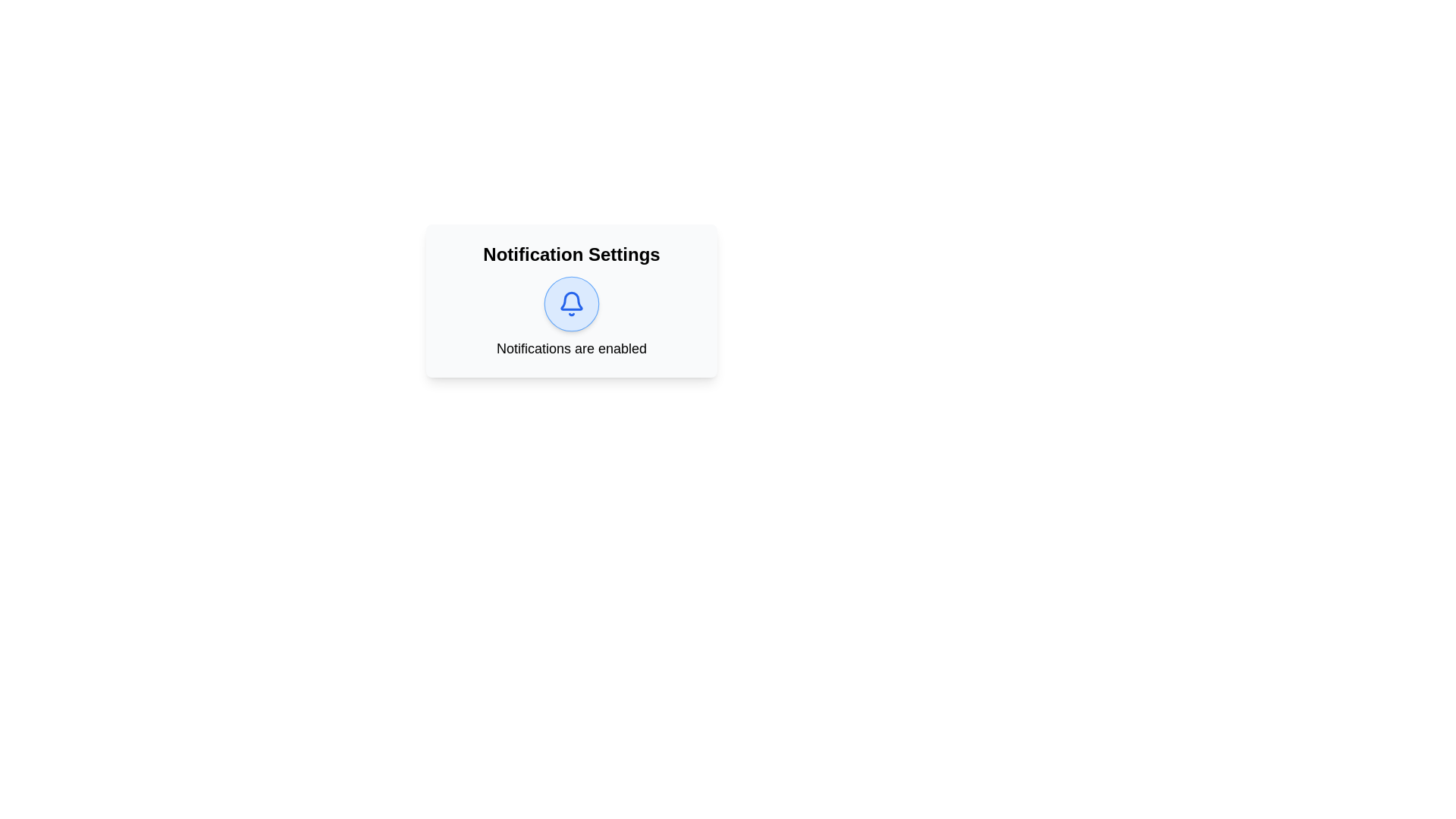 This screenshot has width=1456, height=819. Describe the element at coordinates (570, 304) in the screenshot. I see `the notification icon for visual inspection` at that location.